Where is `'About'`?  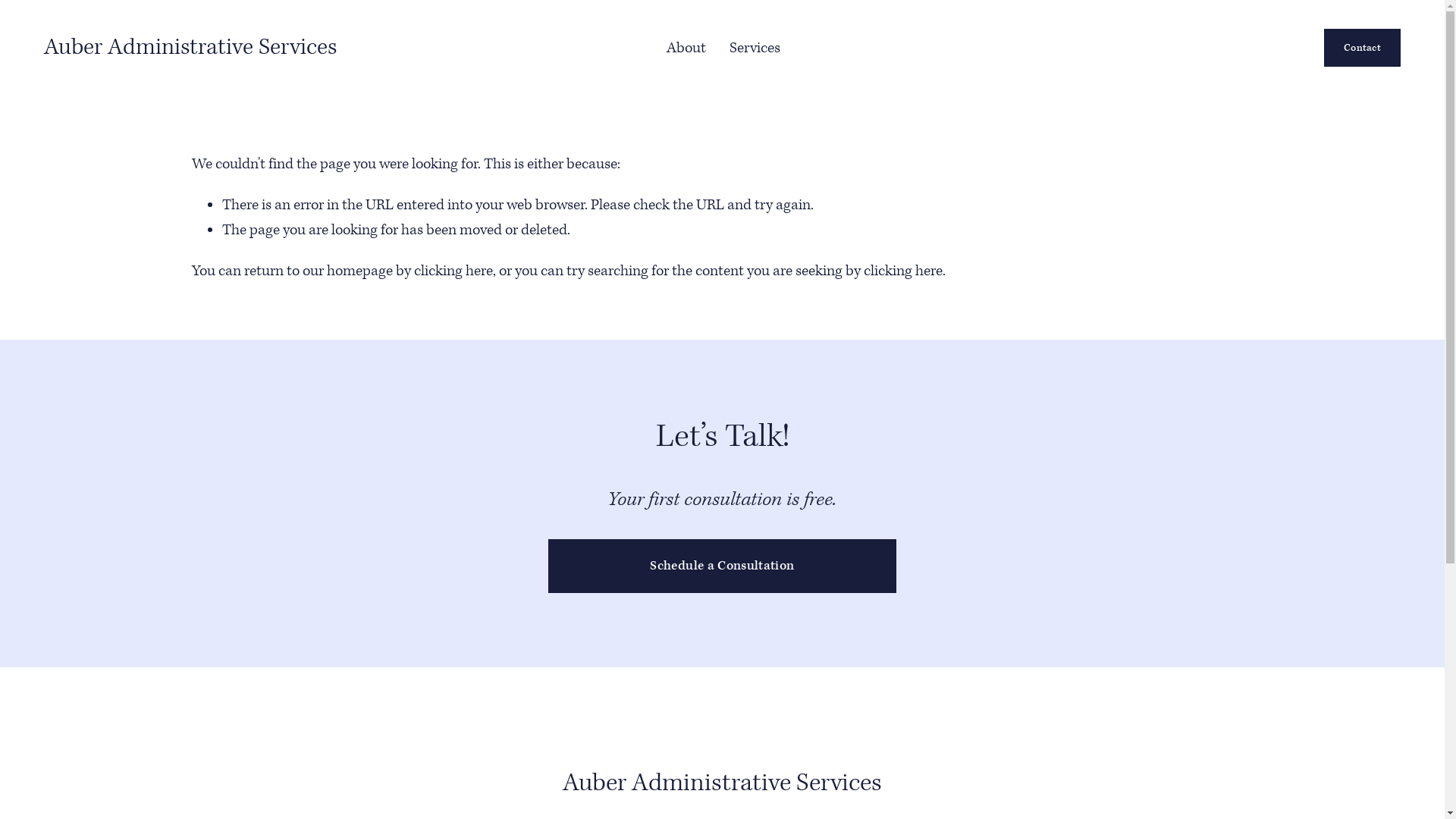 'About' is located at coordinates (686, 46).